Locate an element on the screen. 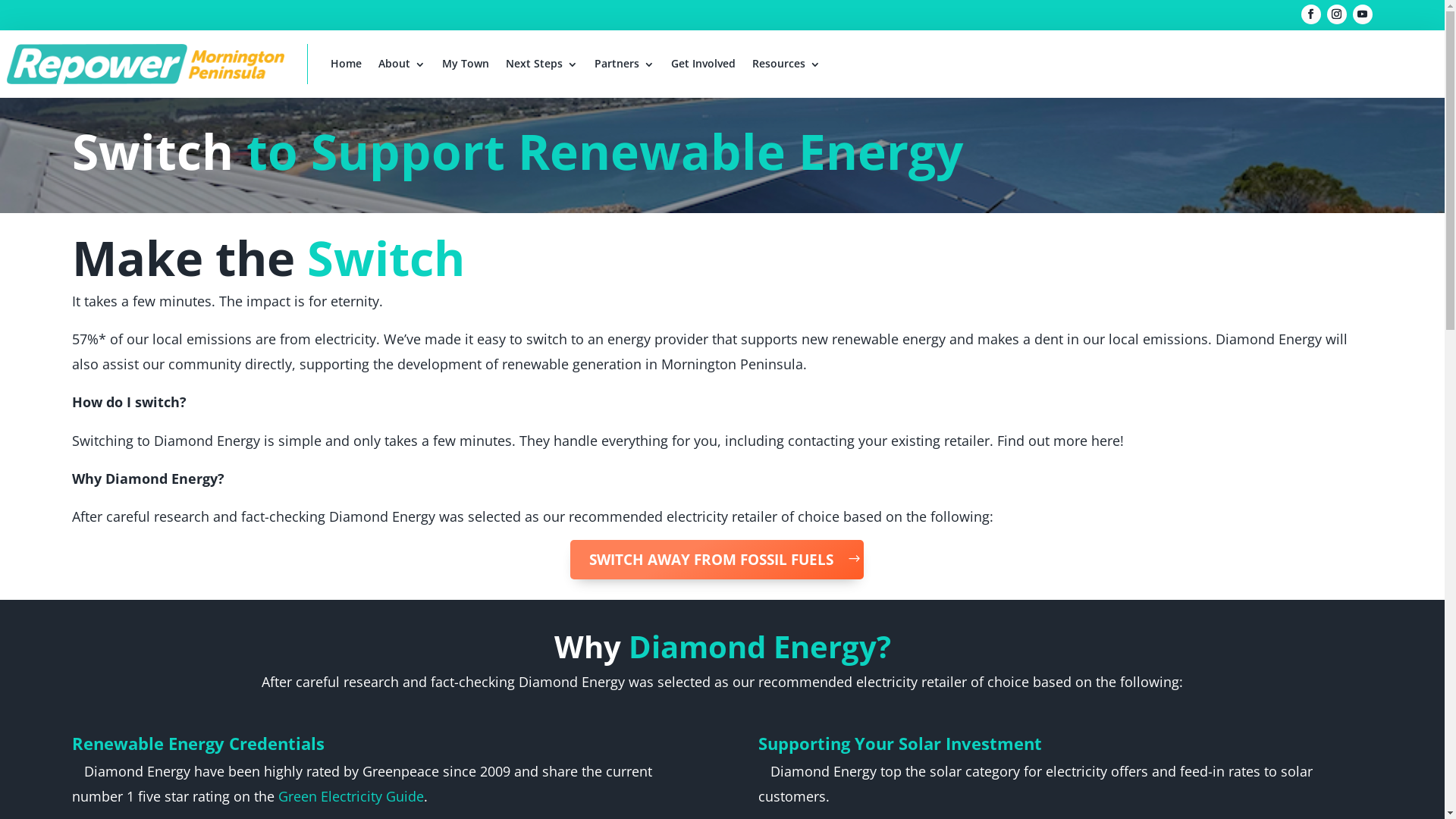 Image resolution: width=1456 pixels, height=819 pixels. 'Follow on Facebook' is located at coordinates (1310, 14).